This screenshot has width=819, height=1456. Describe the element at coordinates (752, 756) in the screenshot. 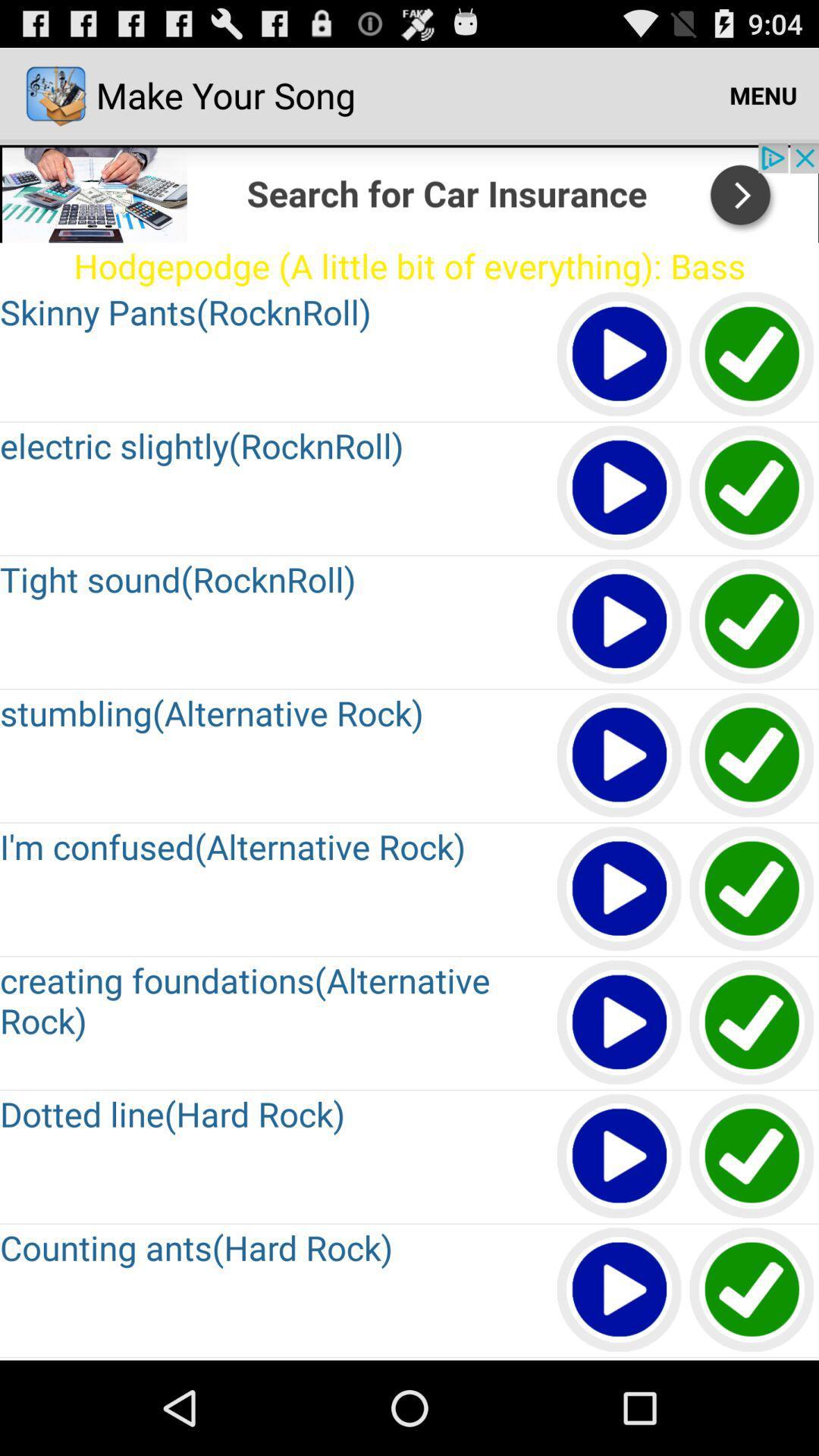

I see `switch` at that location.